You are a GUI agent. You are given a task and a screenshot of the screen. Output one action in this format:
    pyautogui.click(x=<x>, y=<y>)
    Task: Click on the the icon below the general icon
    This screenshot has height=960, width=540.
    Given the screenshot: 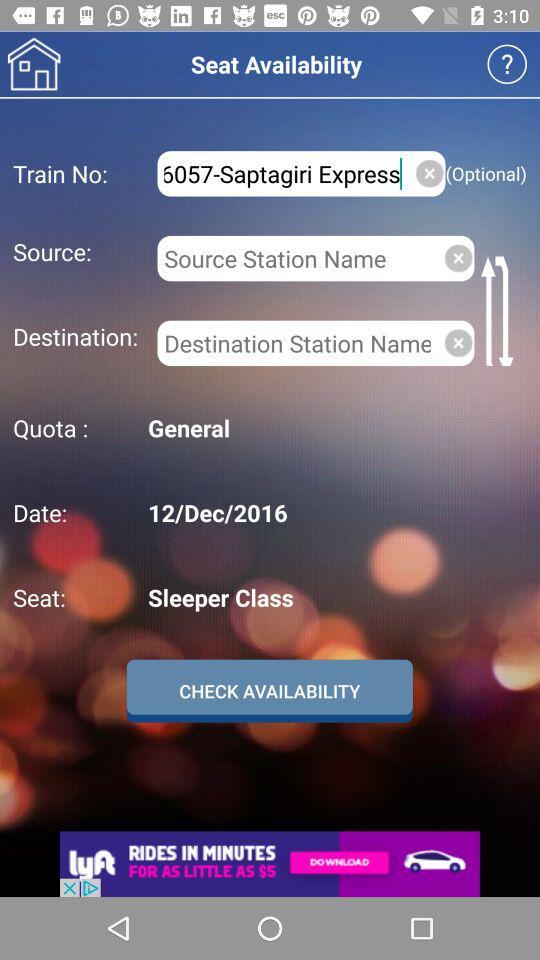 What is the action you would take?
    pyautogui.click(x=334, y=511)
    